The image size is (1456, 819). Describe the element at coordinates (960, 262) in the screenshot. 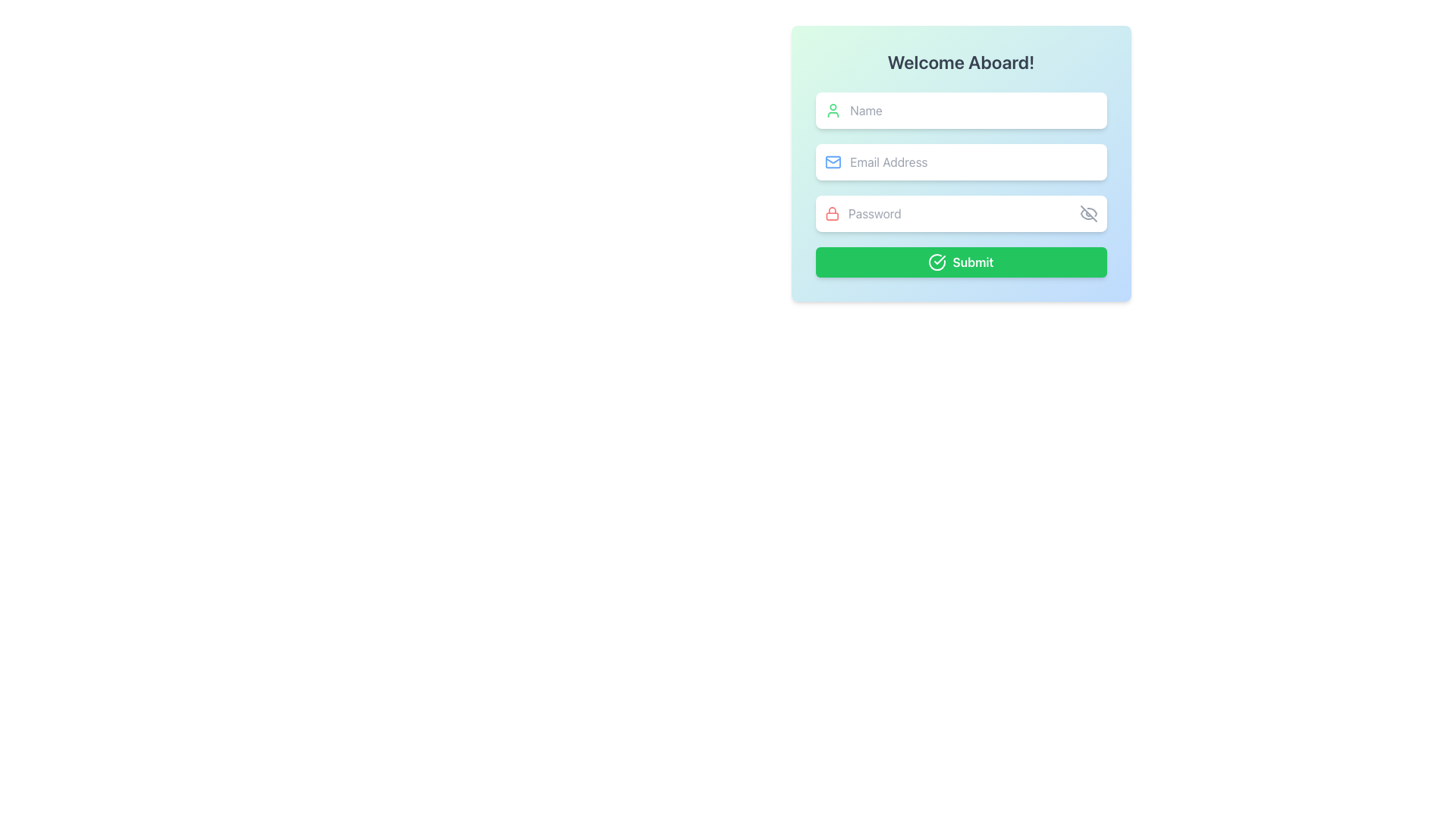

I see `the submission button located at the bottom of the form, which triggers form validation and submission` at that location.